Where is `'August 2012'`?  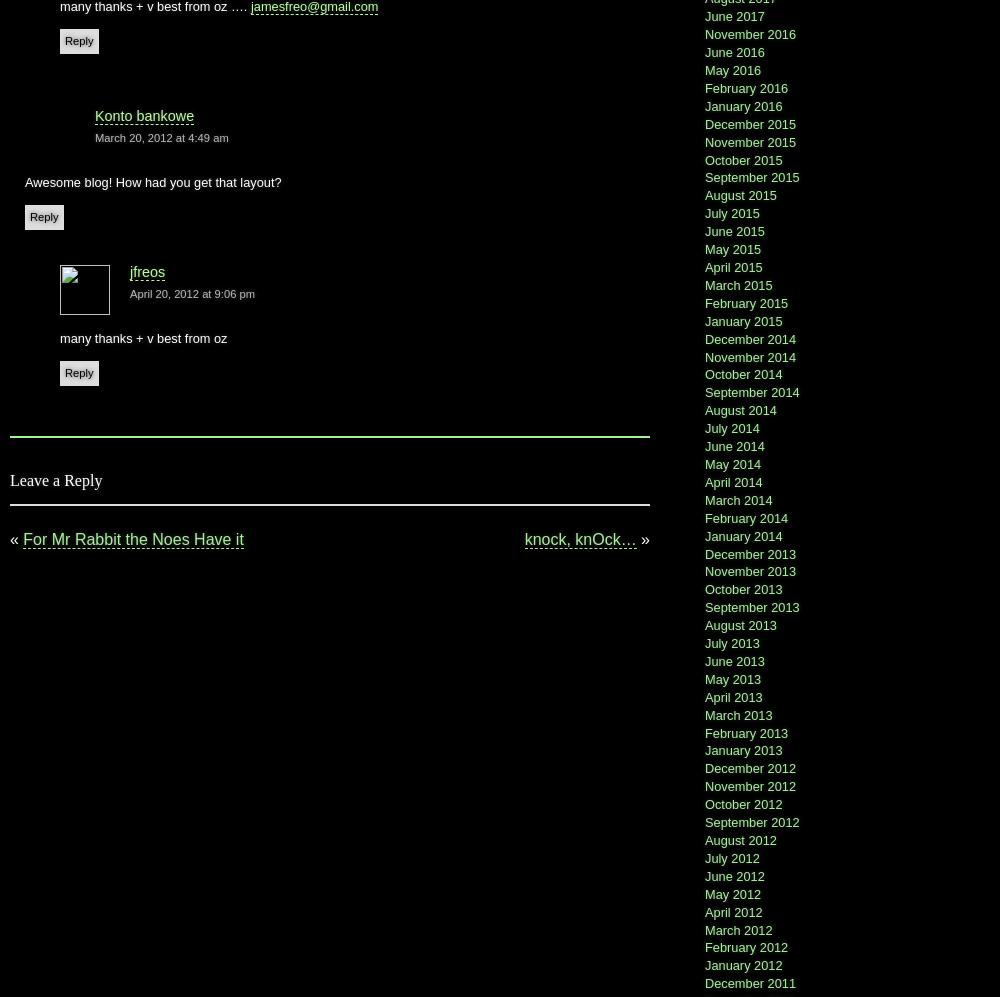 'August 2012' is located at coordinates (739, 840).